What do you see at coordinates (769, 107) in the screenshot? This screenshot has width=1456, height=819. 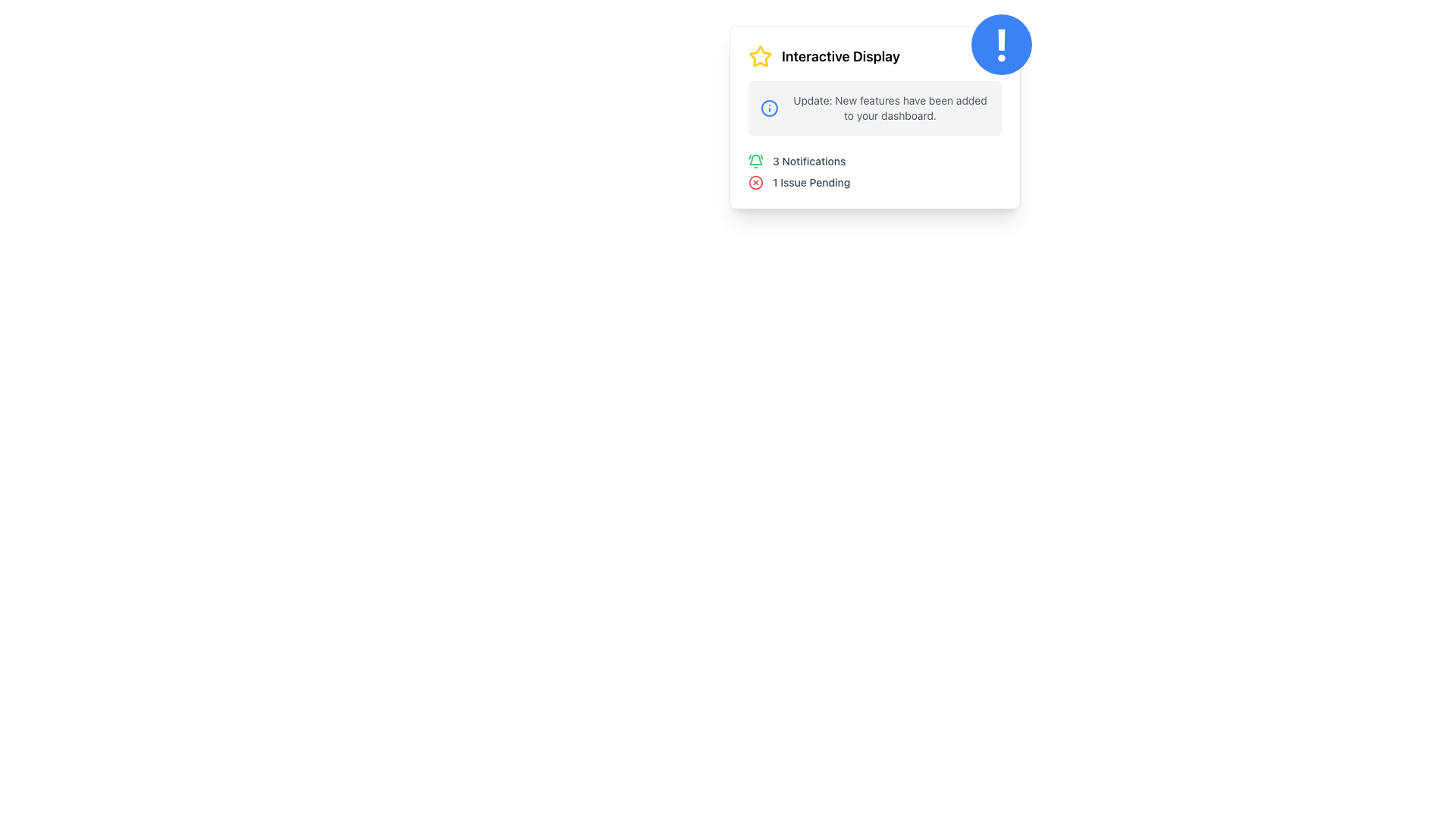 I see `the Informational Icon located in the notification box, positioned to the left of the text 'Update: New features have been added to your dashboard.'` at bounding box center [769, 107].